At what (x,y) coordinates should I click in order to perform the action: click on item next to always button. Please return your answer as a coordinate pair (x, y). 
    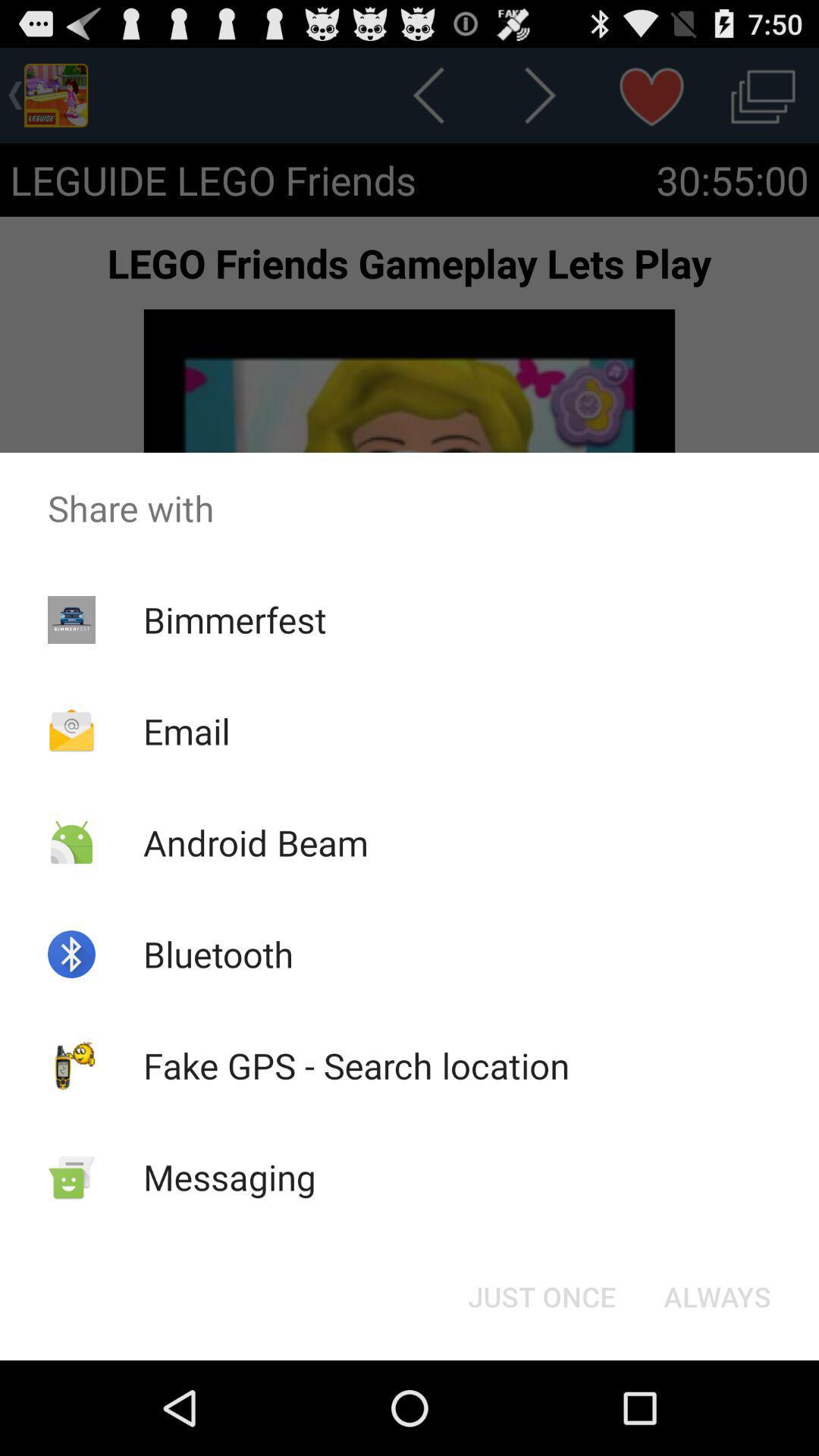
    Looking at the image, I should click on (541, 1295).